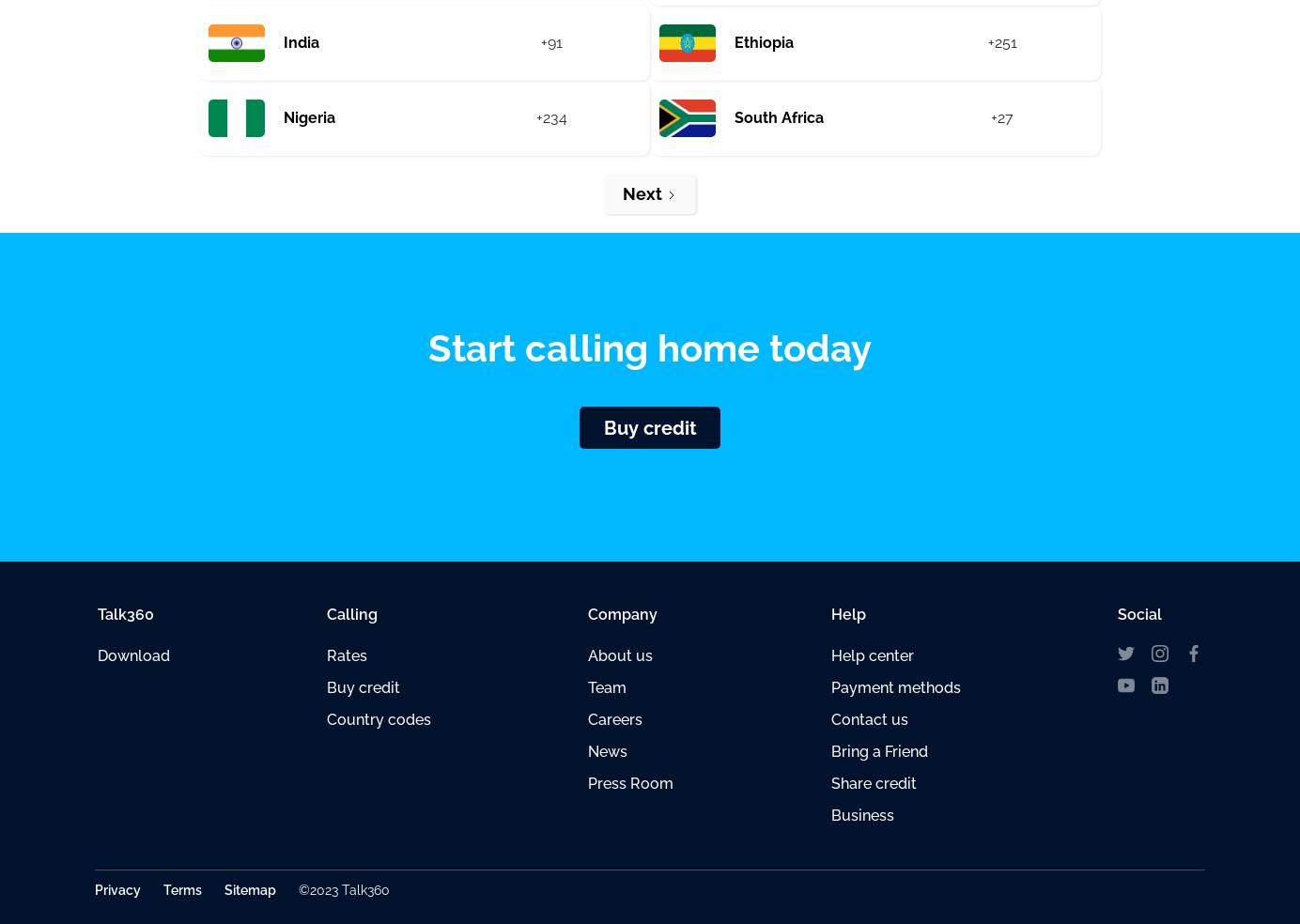 This screenshot has height=924, width=1300. I want to click on '+27', so click(990, 117).